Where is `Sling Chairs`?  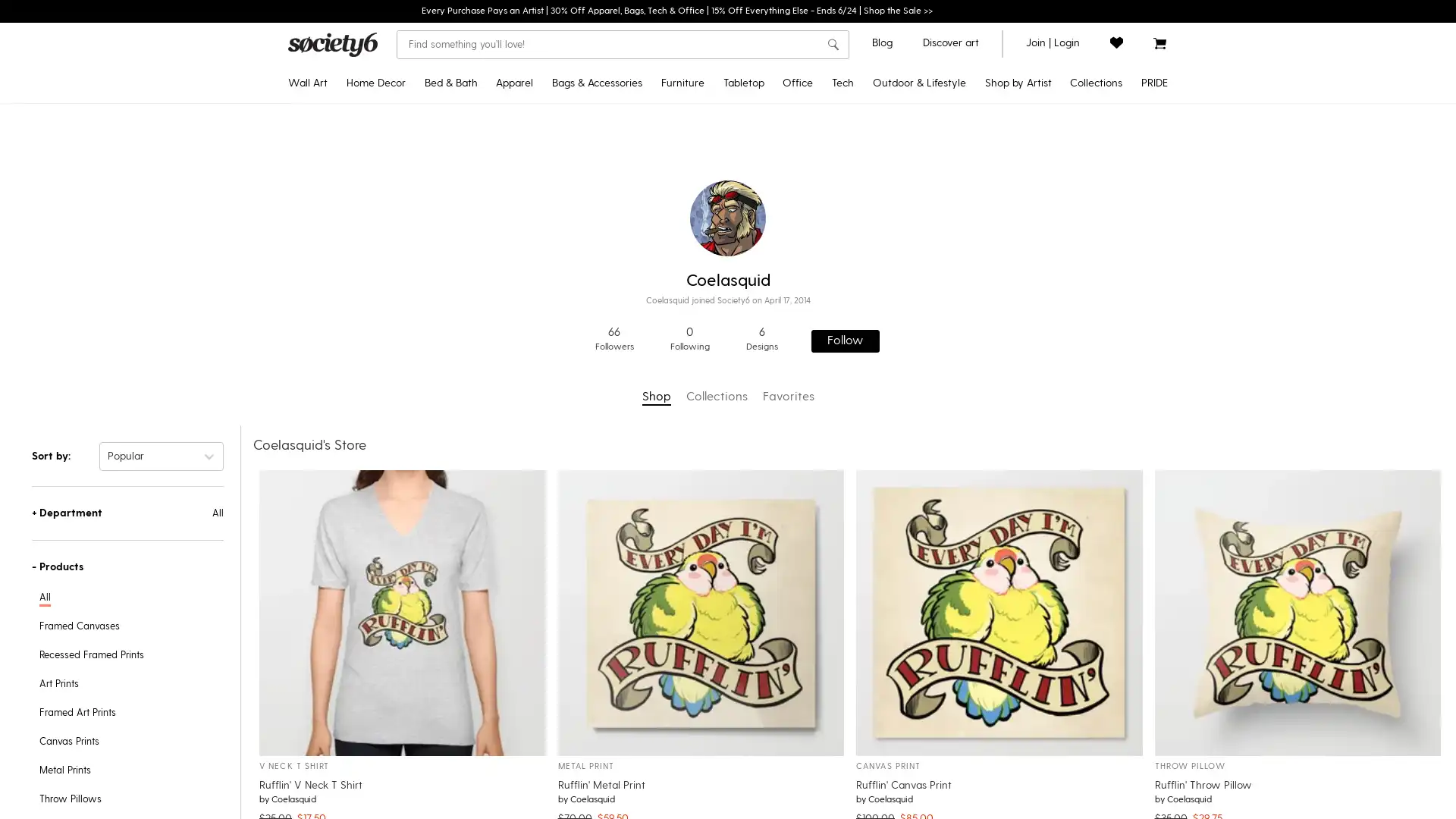 Sling Chairs is located at coordinates (939, 391).